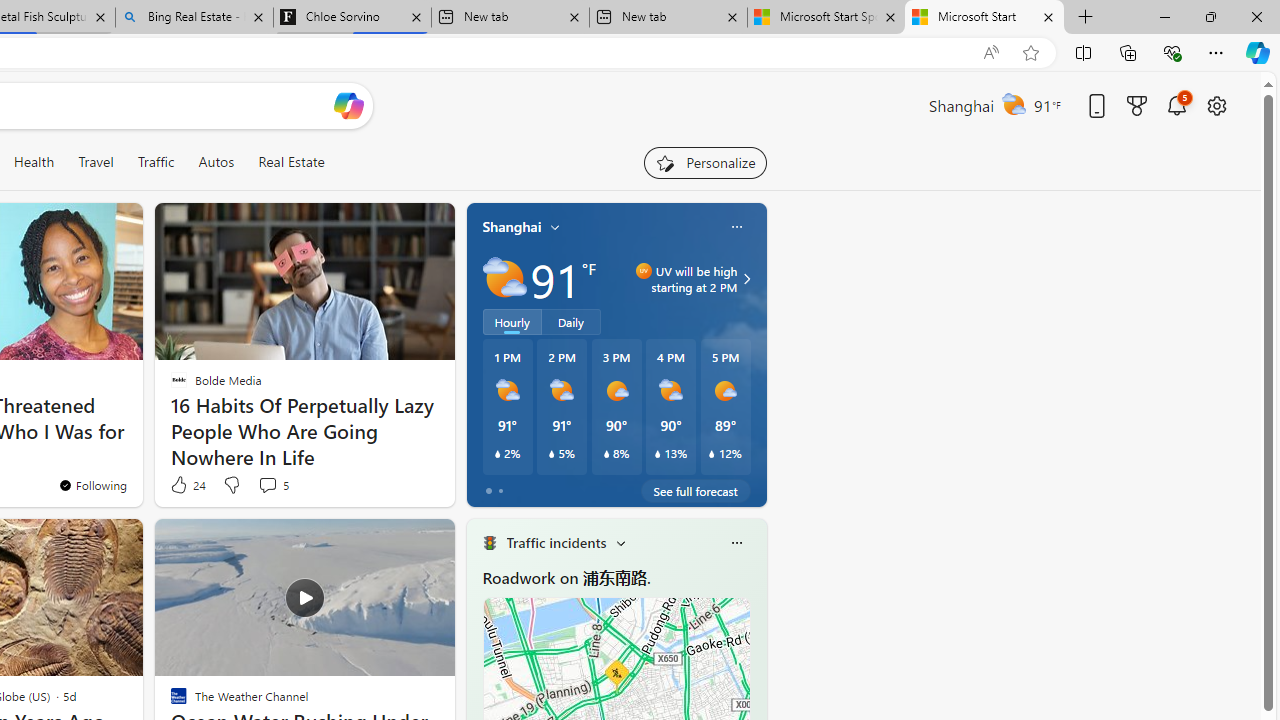 This screenshot has height=720, width=1280. Describe the element at coordinates (352, 17) in the screenshot. I see `'Chloe Sorvino'` at that location.